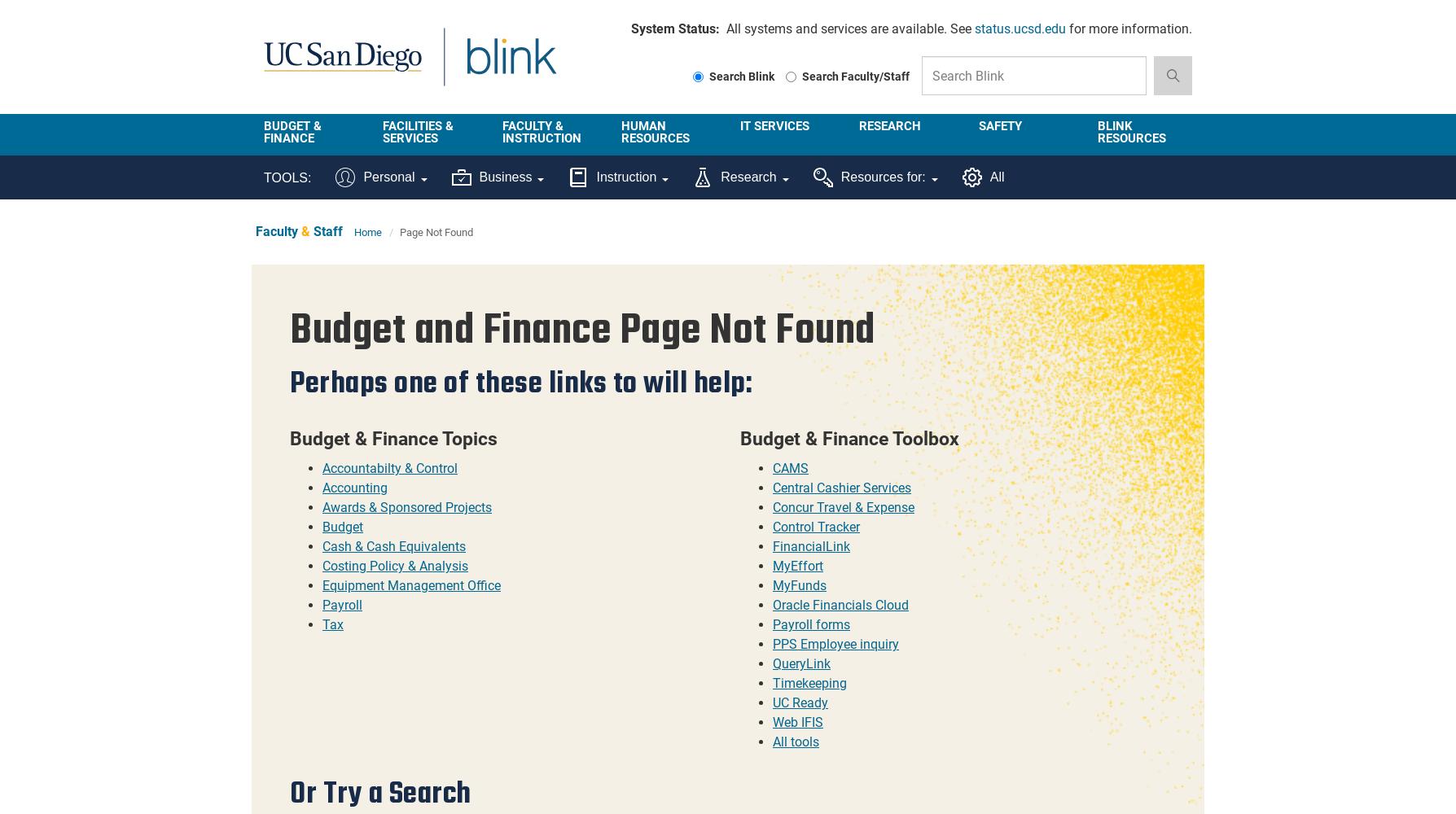 This screenshot has height=814, width=1456. Describe the element at coordinates (331, 624) in the screenshot. I see `'Tax'` at that location.